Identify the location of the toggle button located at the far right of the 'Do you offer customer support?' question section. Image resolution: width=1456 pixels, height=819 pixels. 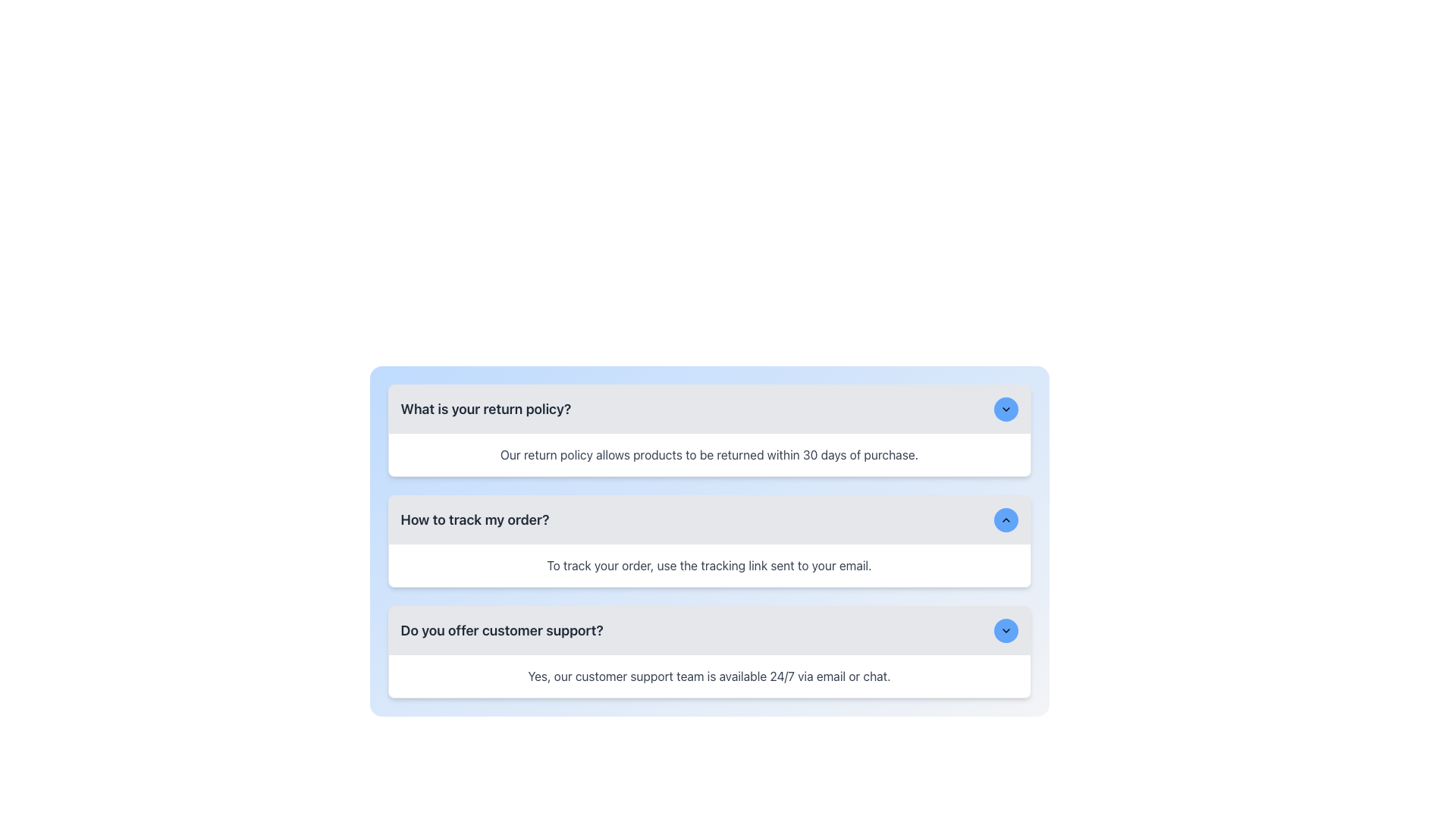
(1006, 631).